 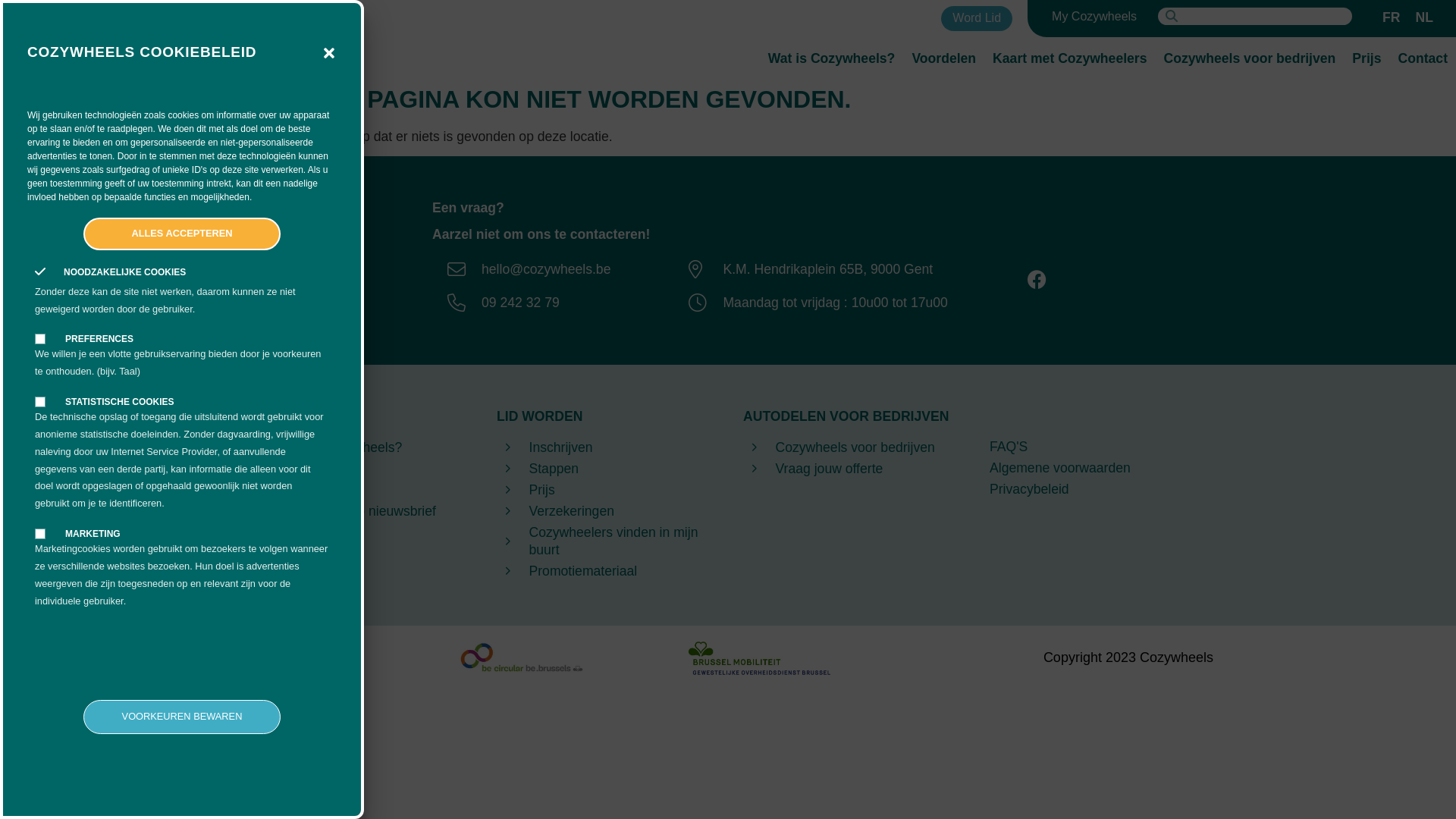 I want to click on 'Word Lid', so click(x=976, y=18).